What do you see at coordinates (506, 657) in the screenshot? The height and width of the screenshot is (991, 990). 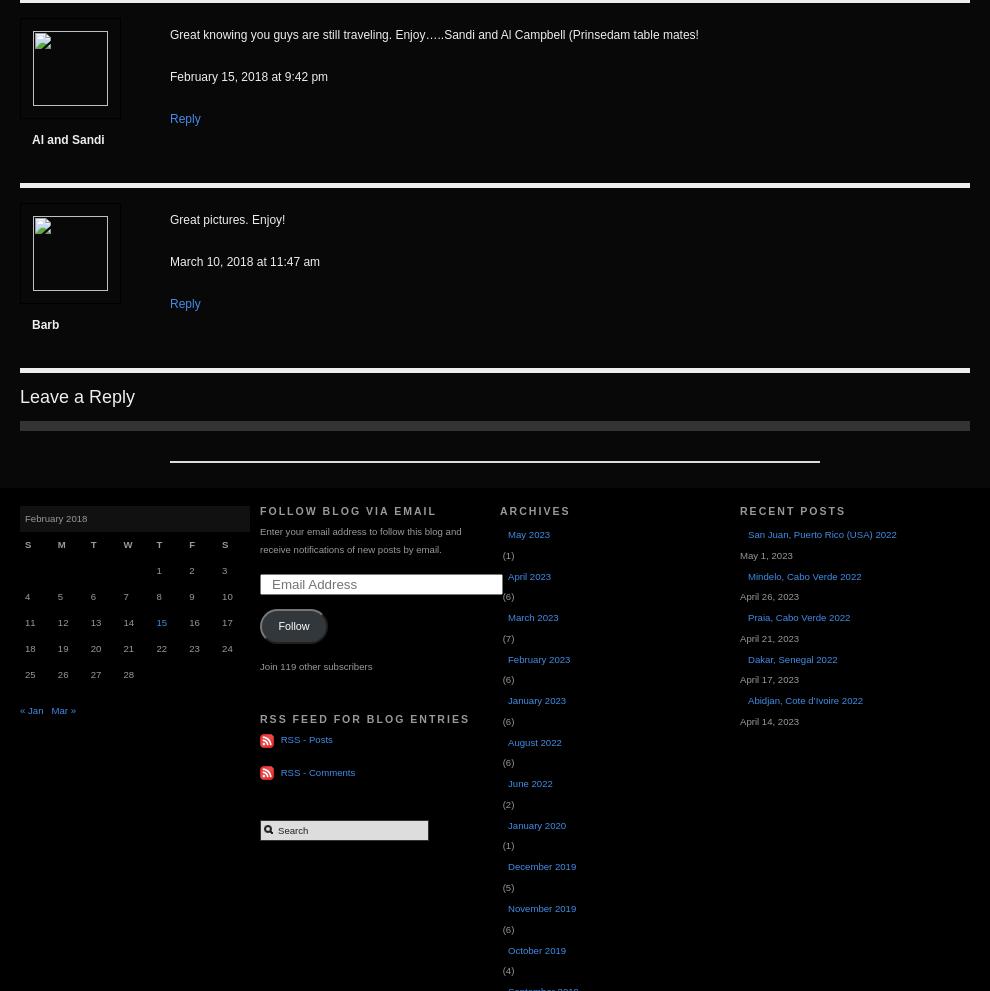 I see `'February 2023'` at bounding box center [506, 657].